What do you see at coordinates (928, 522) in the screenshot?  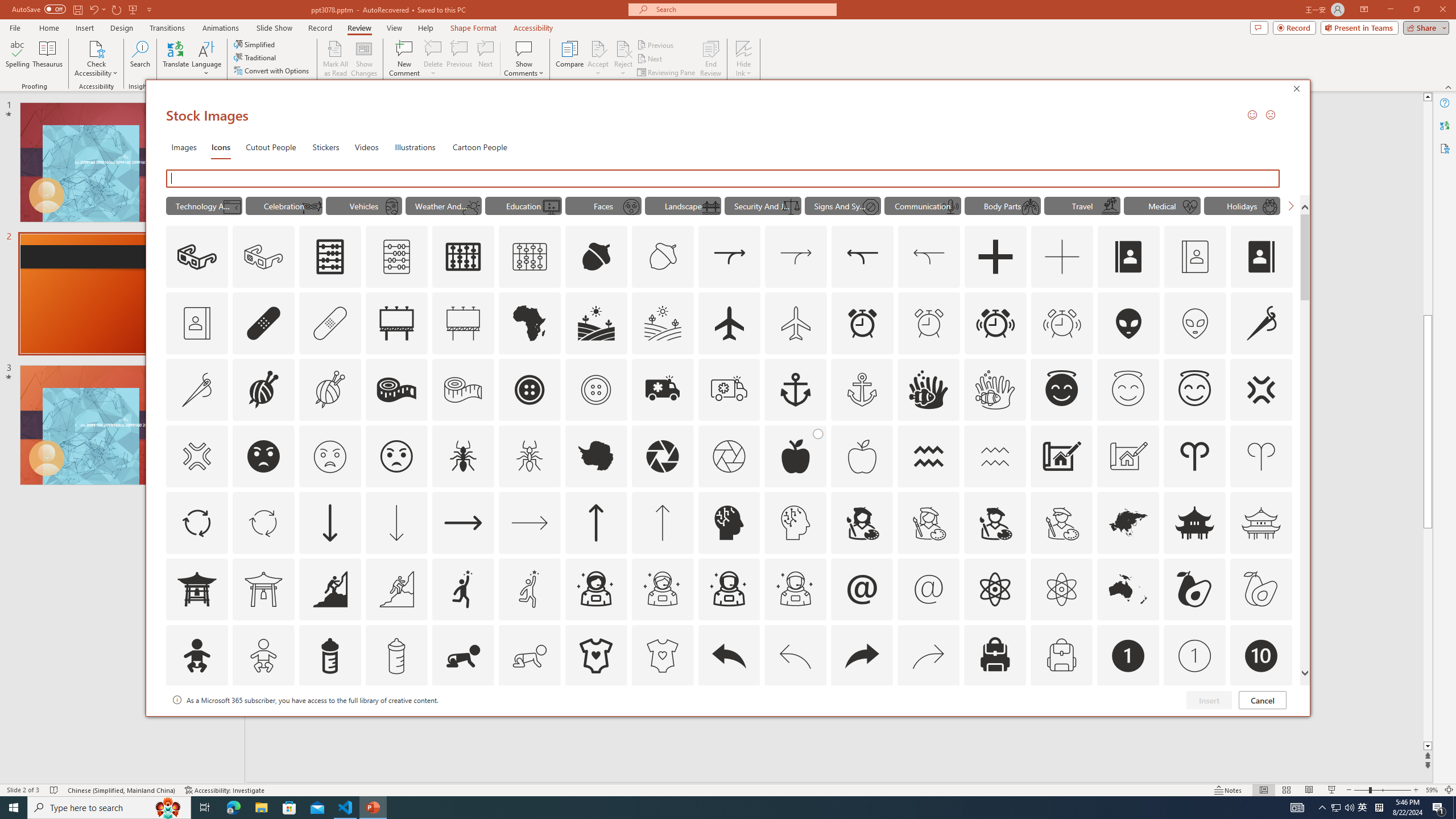 I see `'AutomationID: Icons_ArtistFemale_M'` at bounding box center [928, 522].